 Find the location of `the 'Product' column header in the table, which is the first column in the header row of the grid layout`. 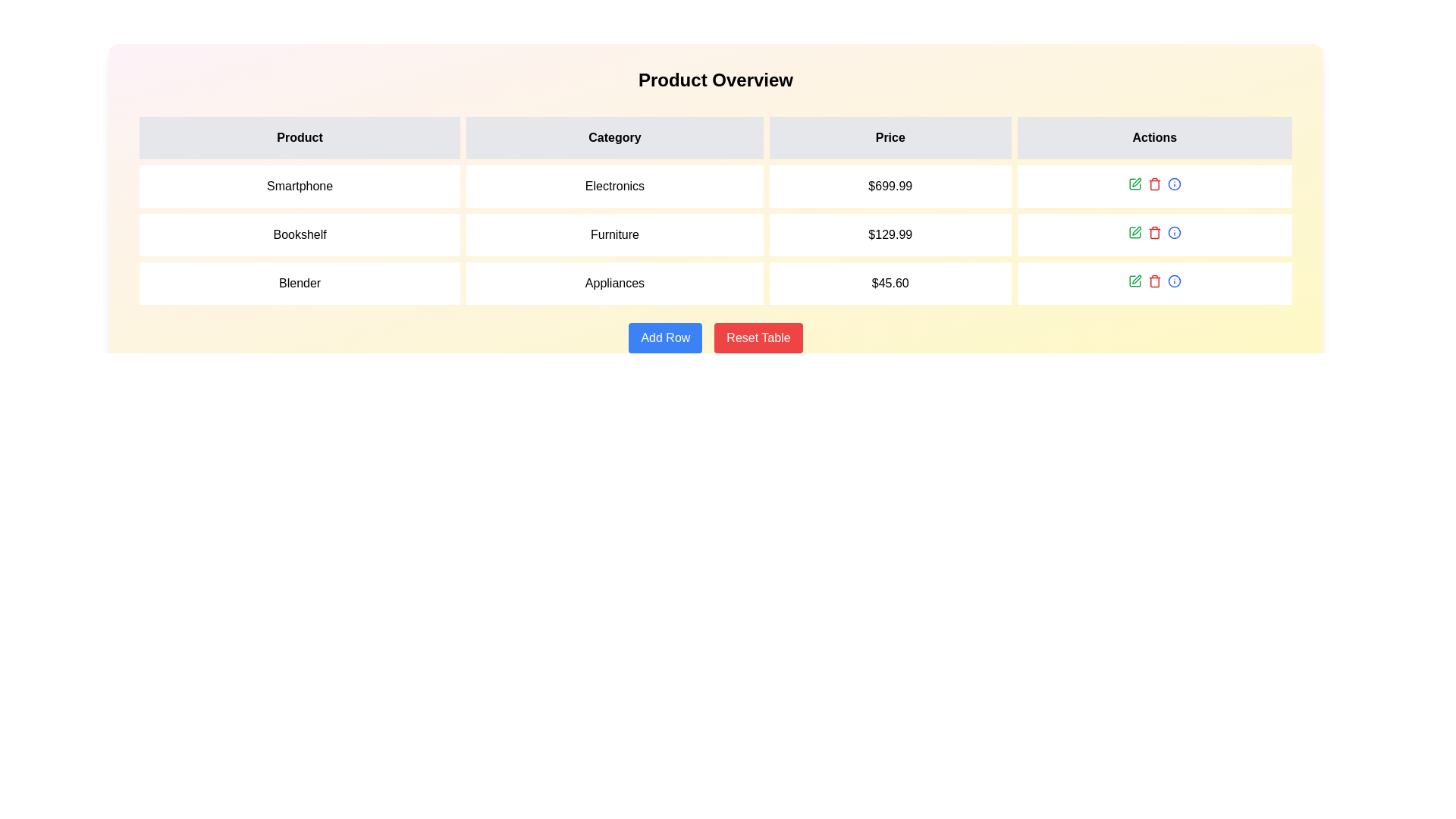

the 'Product' column header in the table, which is the first column in the header row of the grid layout is located at coordinates (300, 137).